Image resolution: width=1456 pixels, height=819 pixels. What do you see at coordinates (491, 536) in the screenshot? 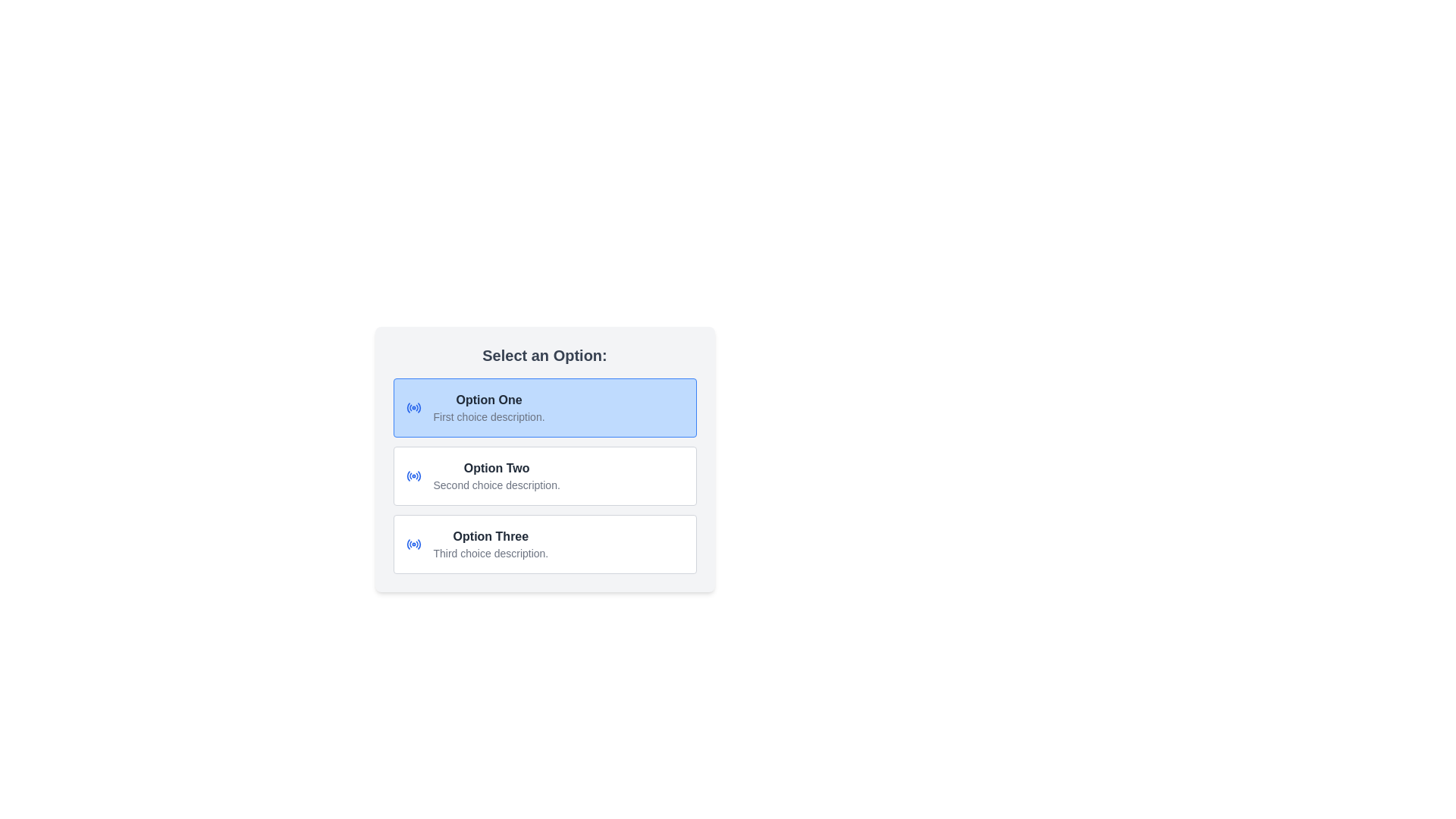
I see `label text 'Option Three' located at the top of the third selectable option card in the UI` at bounding box center [491, 536].